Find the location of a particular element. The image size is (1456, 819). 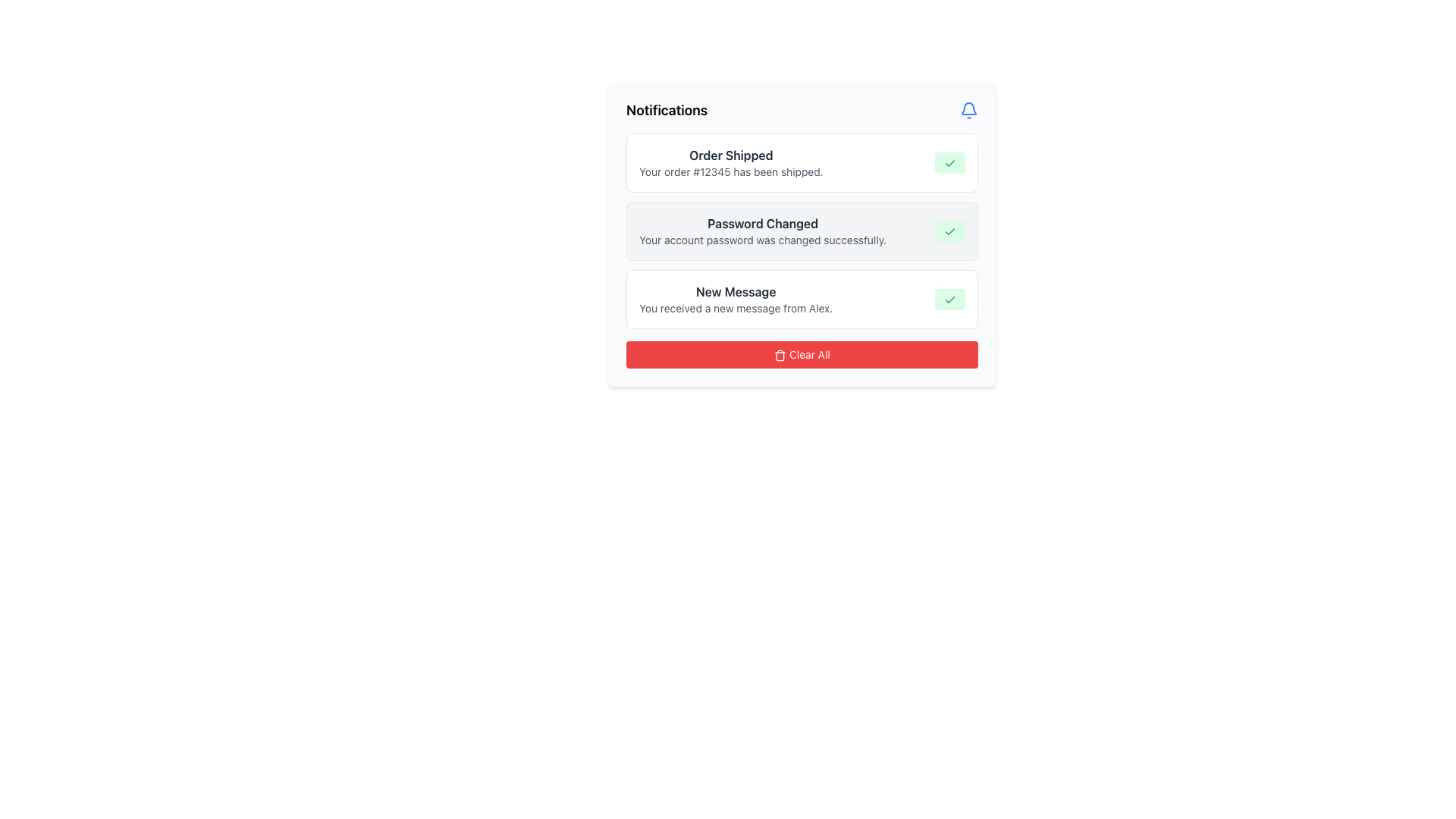

the checkmark SVG icon located within the 'Order Shipped' notification, positioned on the right side of the text field within a green-highlighted rounded rectangular background is located at coordinates (949, 164).